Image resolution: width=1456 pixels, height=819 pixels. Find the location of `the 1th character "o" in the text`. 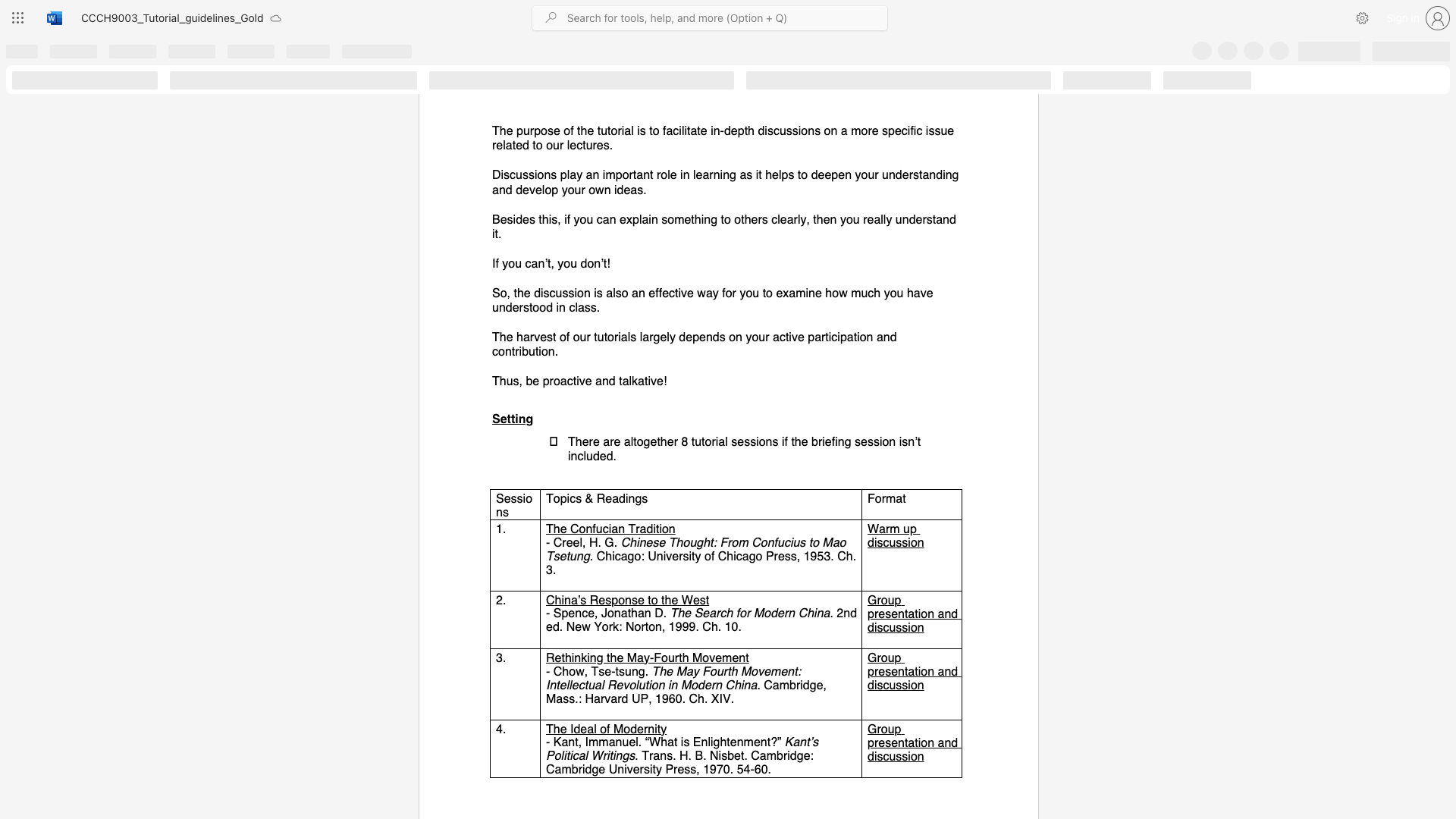

the 1th character "o" in the text is located at coordinates (556, 381).